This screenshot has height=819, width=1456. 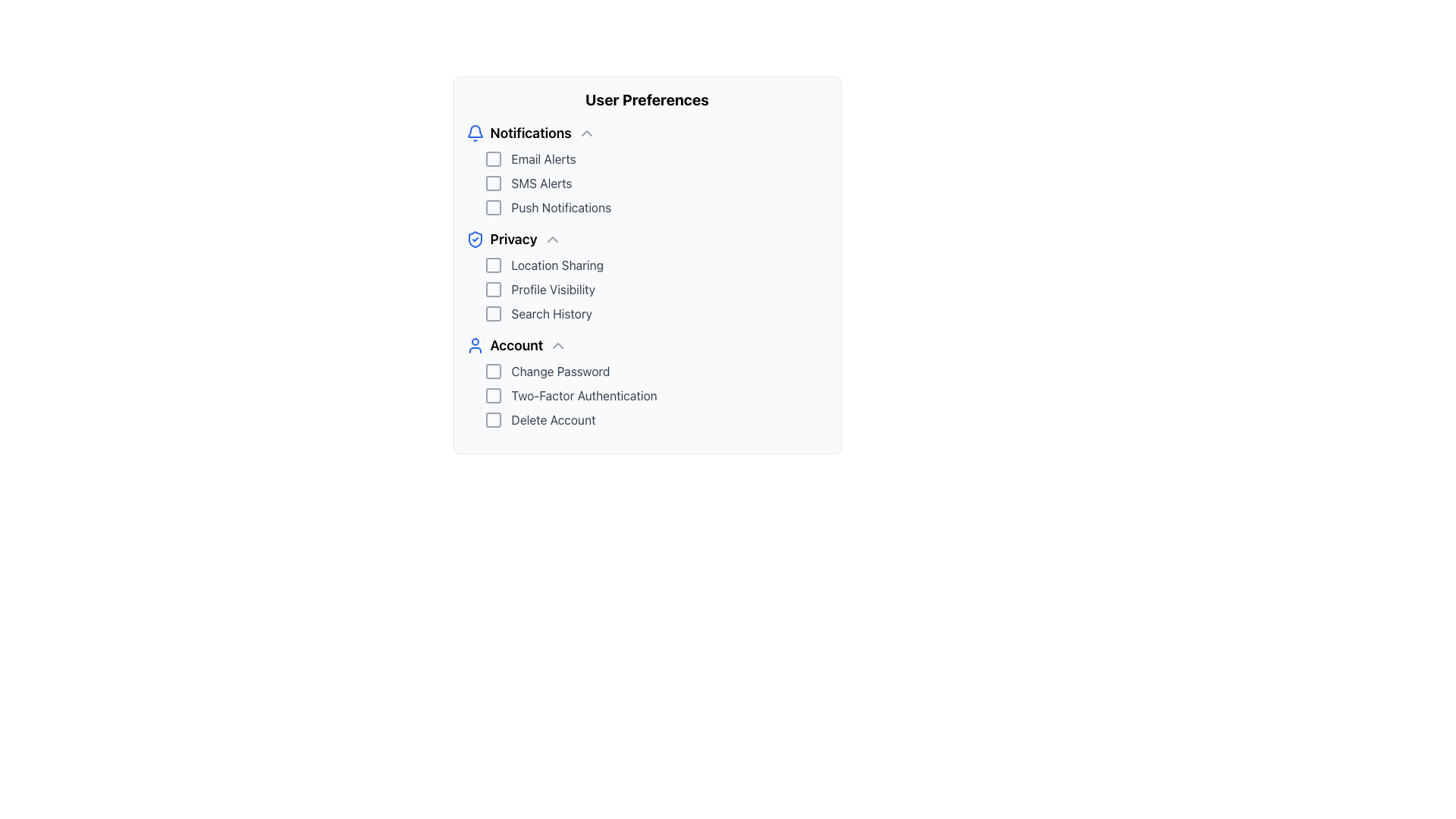 I want to click on the square-shaped checkbox icon with a thin light gray border located next to the 'Change Password' label in the 'Account' section of the 'User Preferences' interface, so click(x=493, y=371).